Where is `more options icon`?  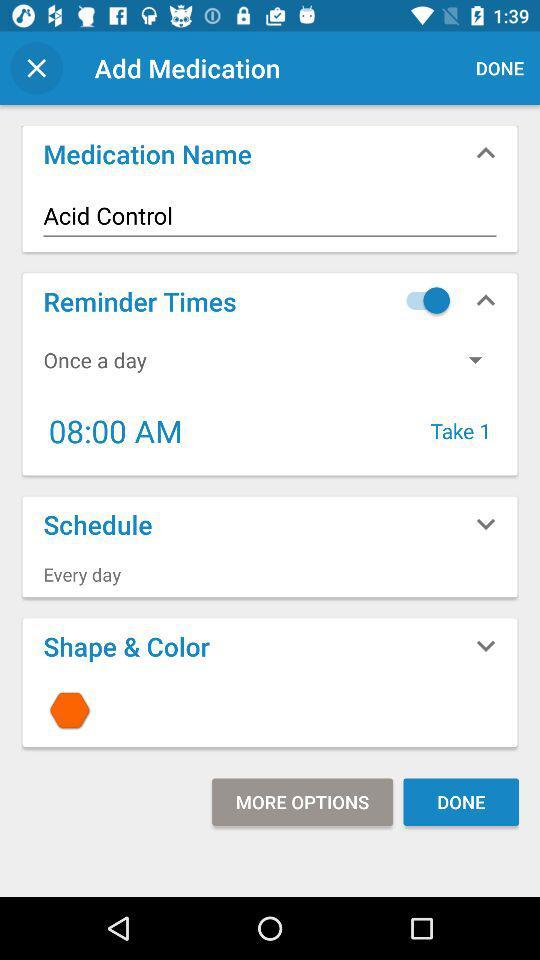
more options icon is located at coordinates (301, 802).